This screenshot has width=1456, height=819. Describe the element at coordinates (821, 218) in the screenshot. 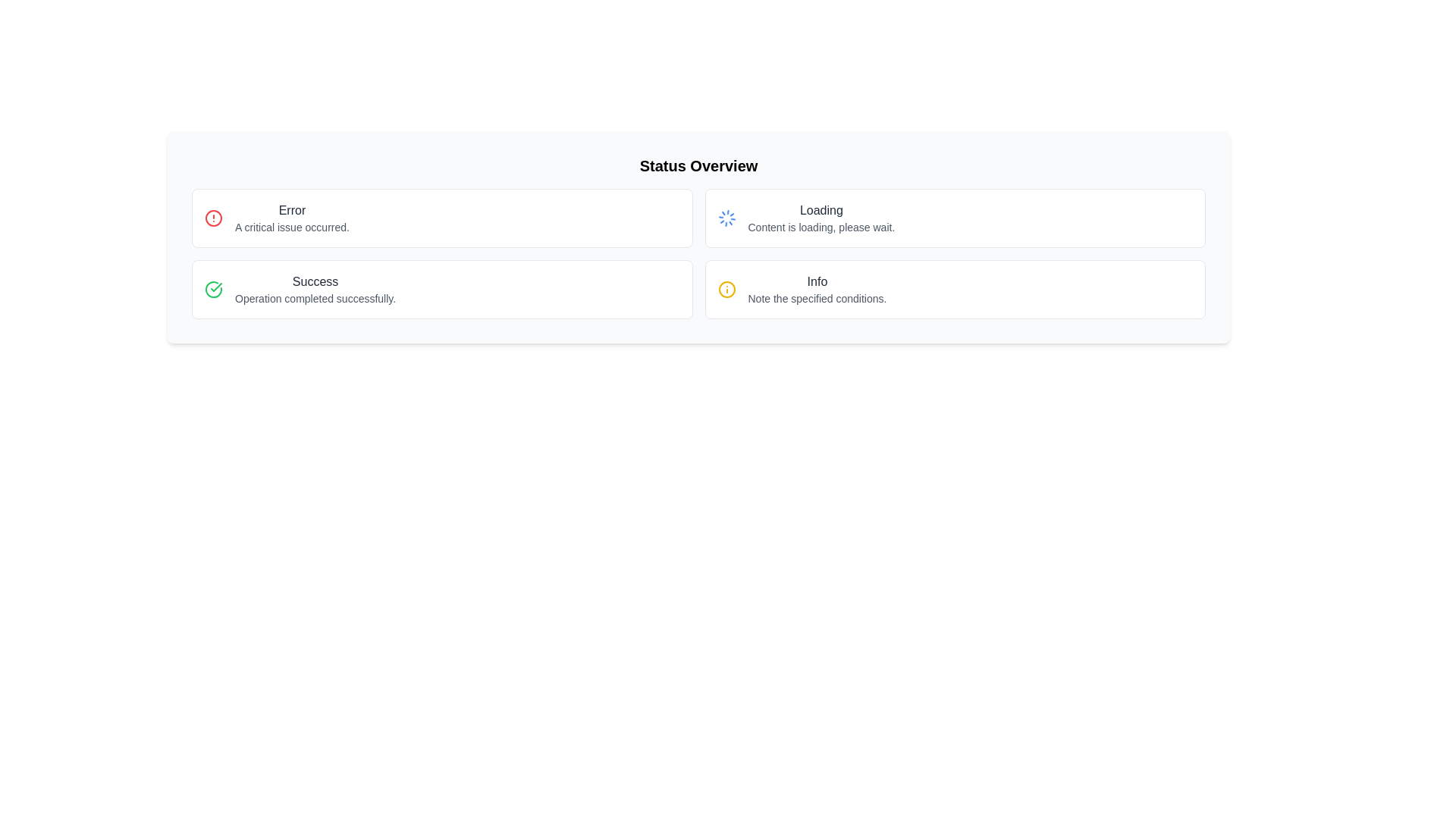

I see `the loading status message displayed in the text content block located in the top-right section of the grid layout, which indicates that content is currently being loaded` at that location.